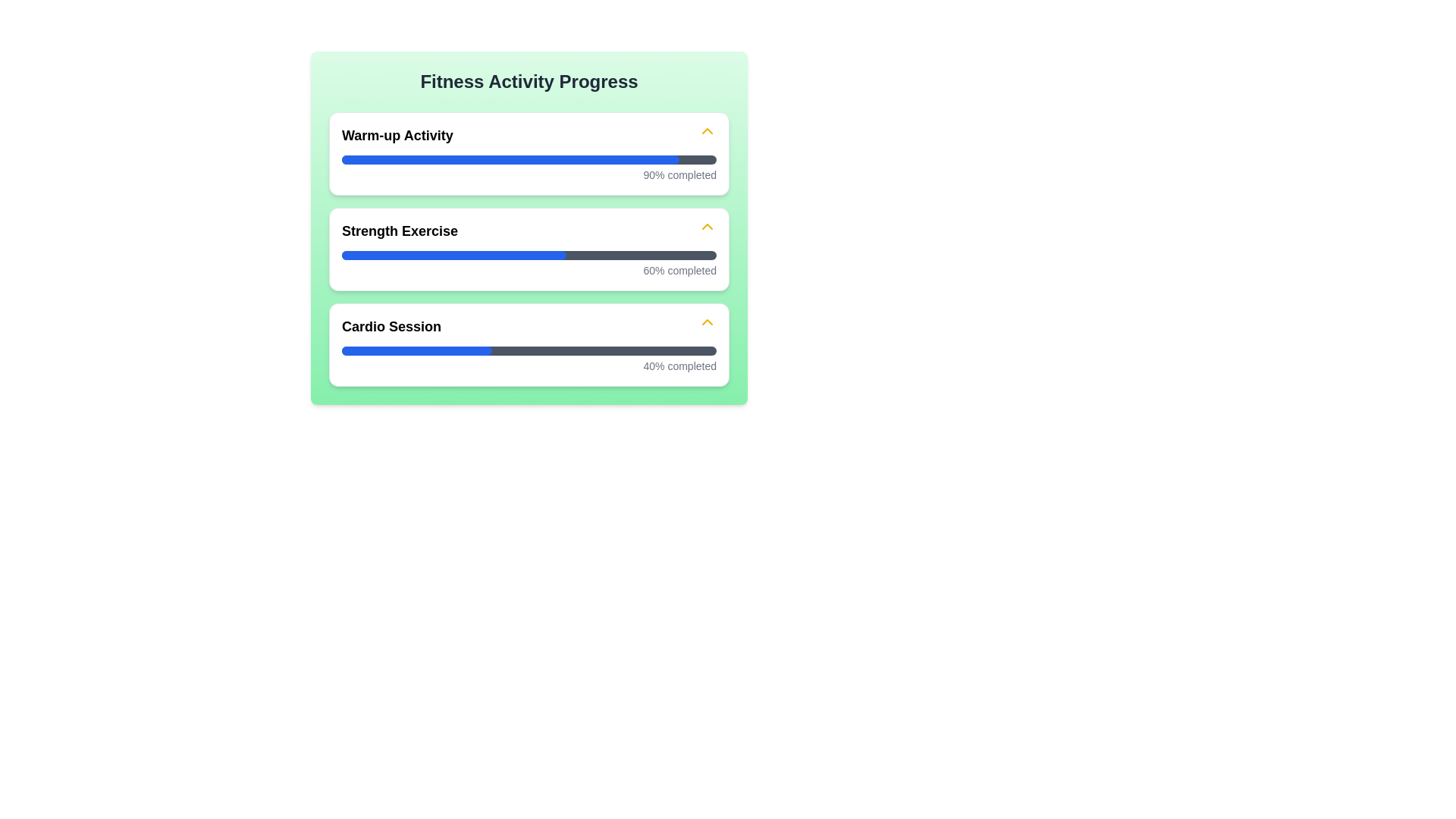  What do you see at coordinates (529, 82) in the screenshot?
I see `the heading element displaying 'Fitness Activity Progress', which is styled with a bold font and positioned within a light green background` at bounding box center [529, 82].